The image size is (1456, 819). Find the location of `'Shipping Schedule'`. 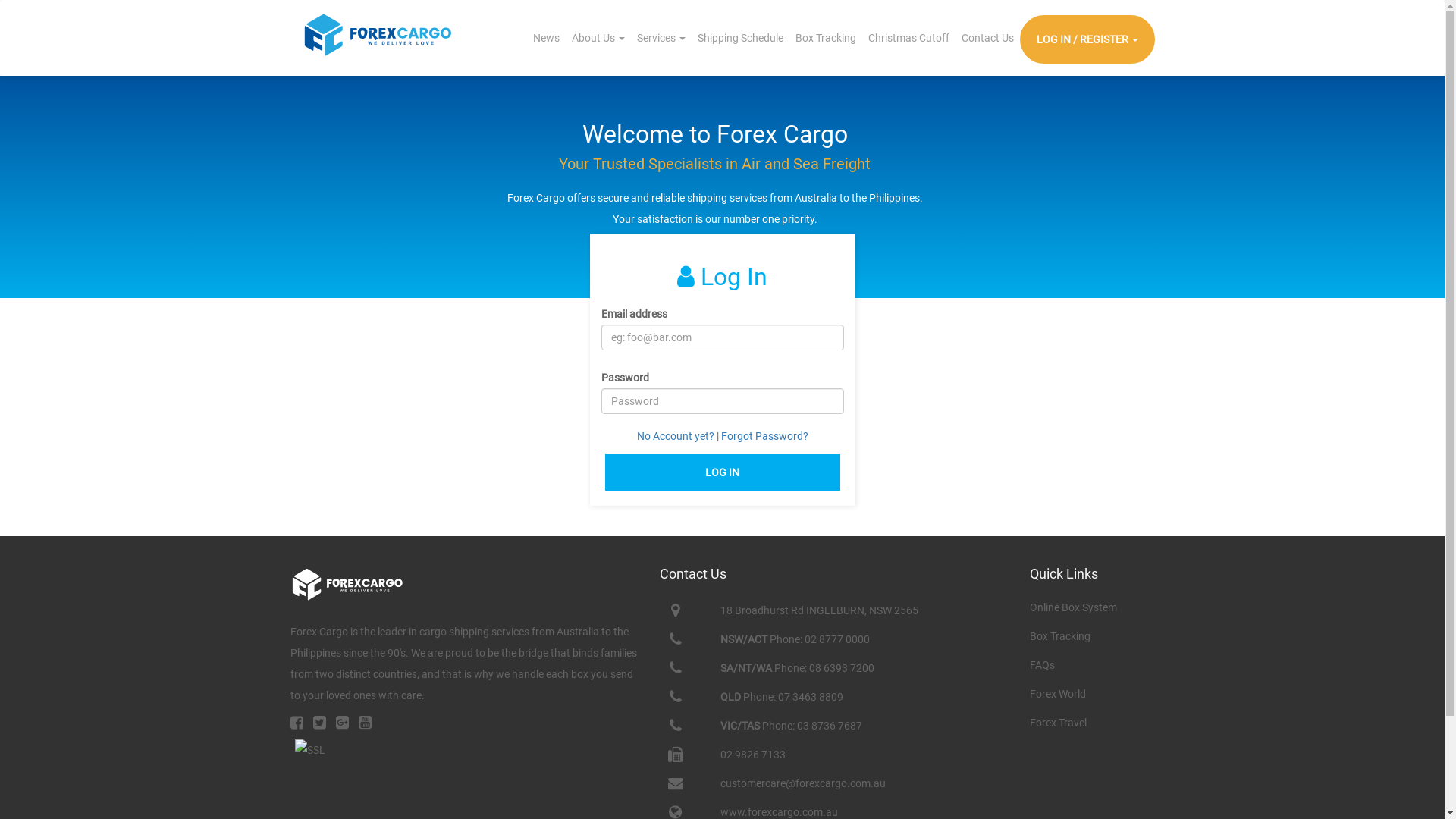

'Shipping Schedule' is located at coordinates (740, 37).